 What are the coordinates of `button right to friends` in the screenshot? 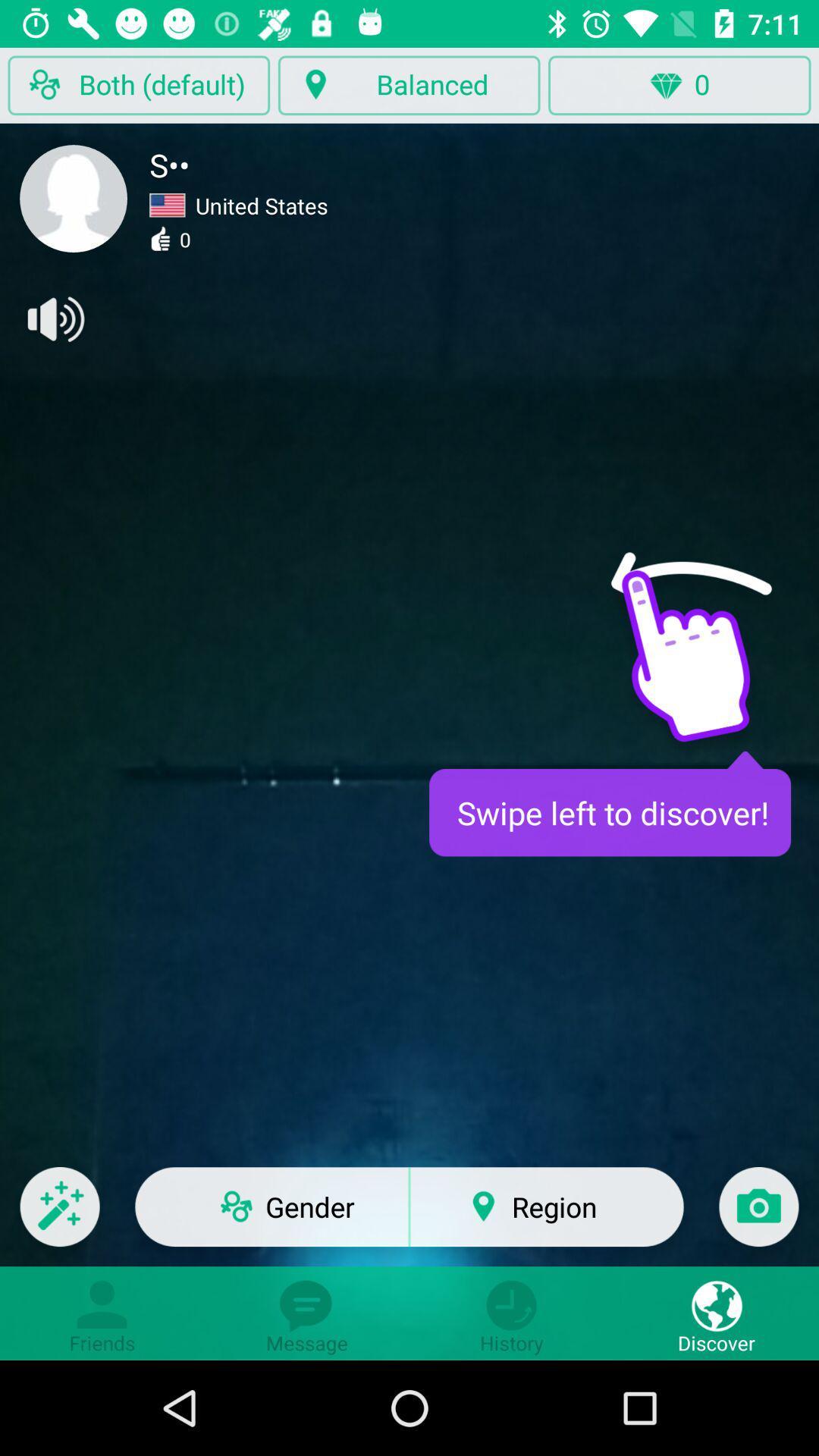 It's located at (307, 1313).